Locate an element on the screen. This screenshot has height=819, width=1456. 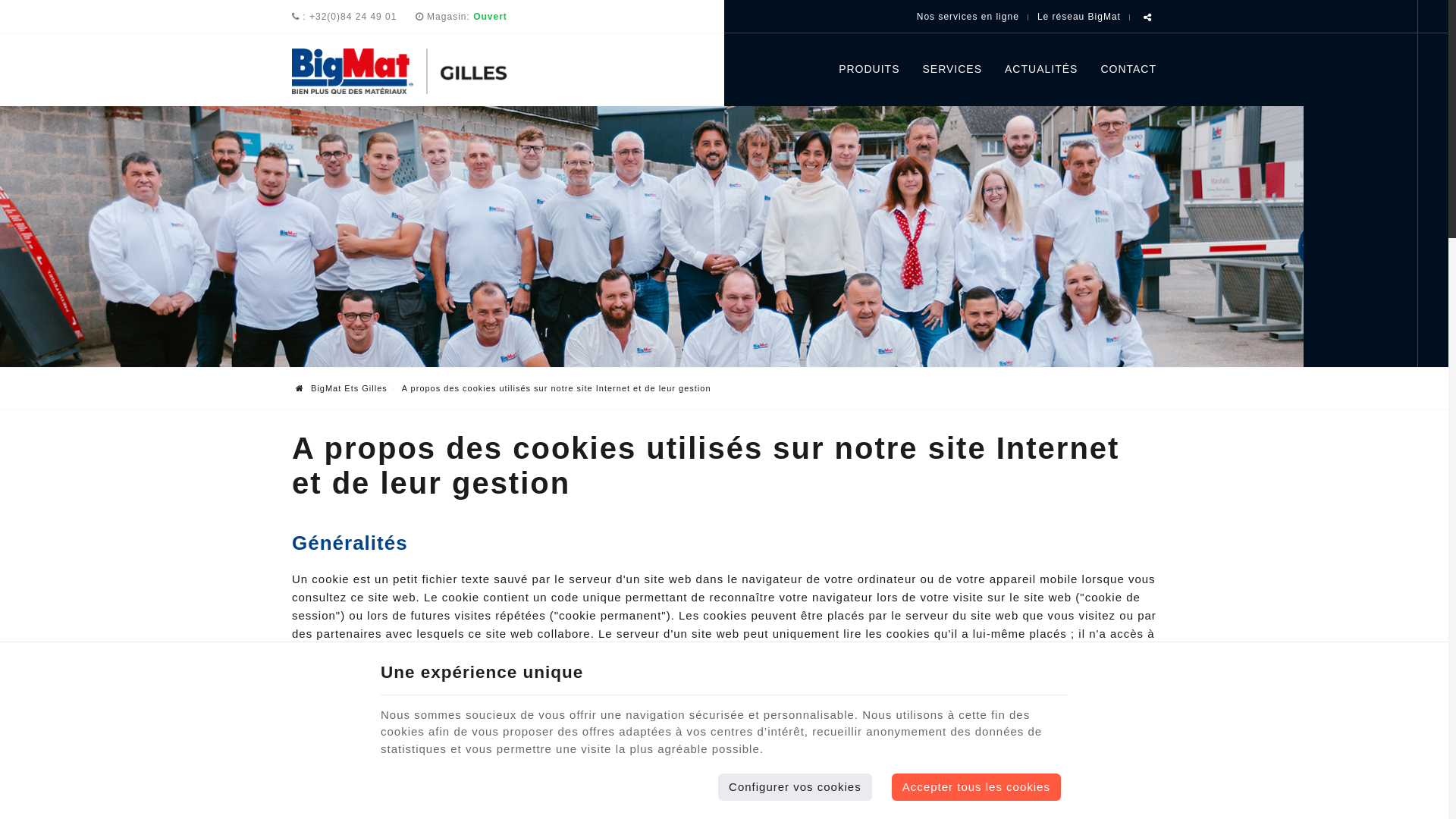
'BigMat Ets Gilles' is located at coordinates (419, 71).